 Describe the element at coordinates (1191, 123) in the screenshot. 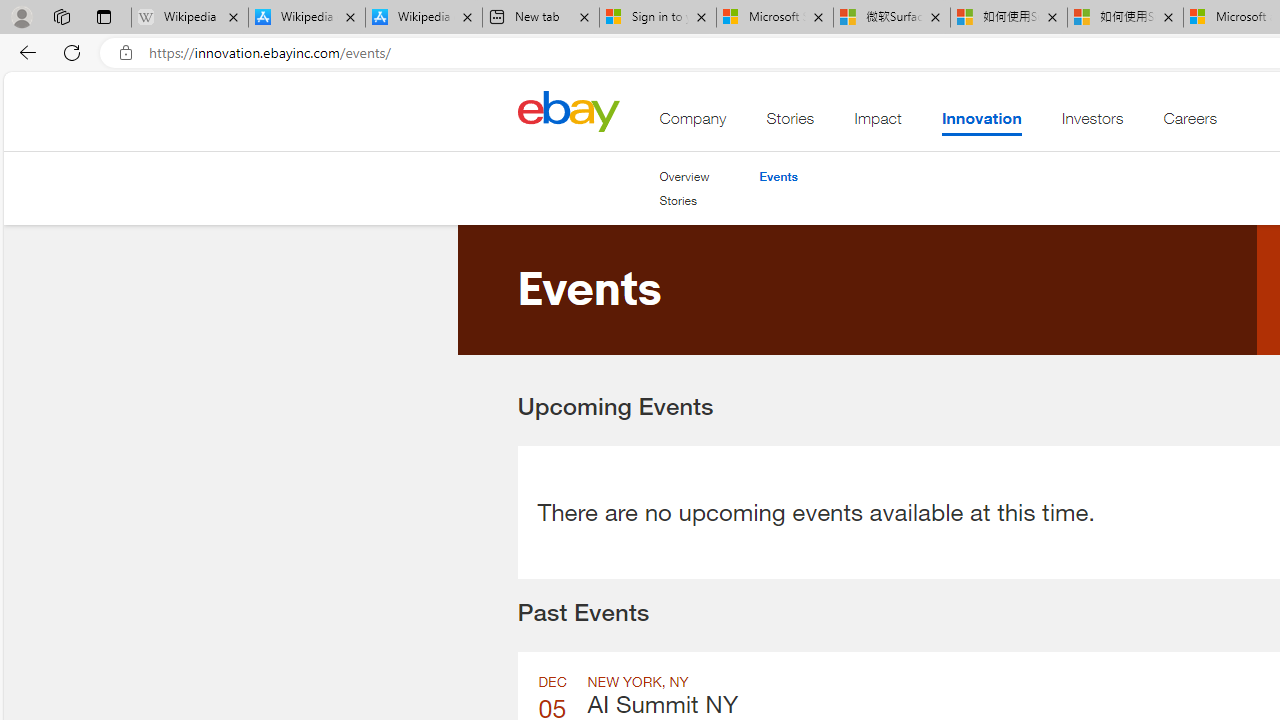

I see `'Careers'` at that location.